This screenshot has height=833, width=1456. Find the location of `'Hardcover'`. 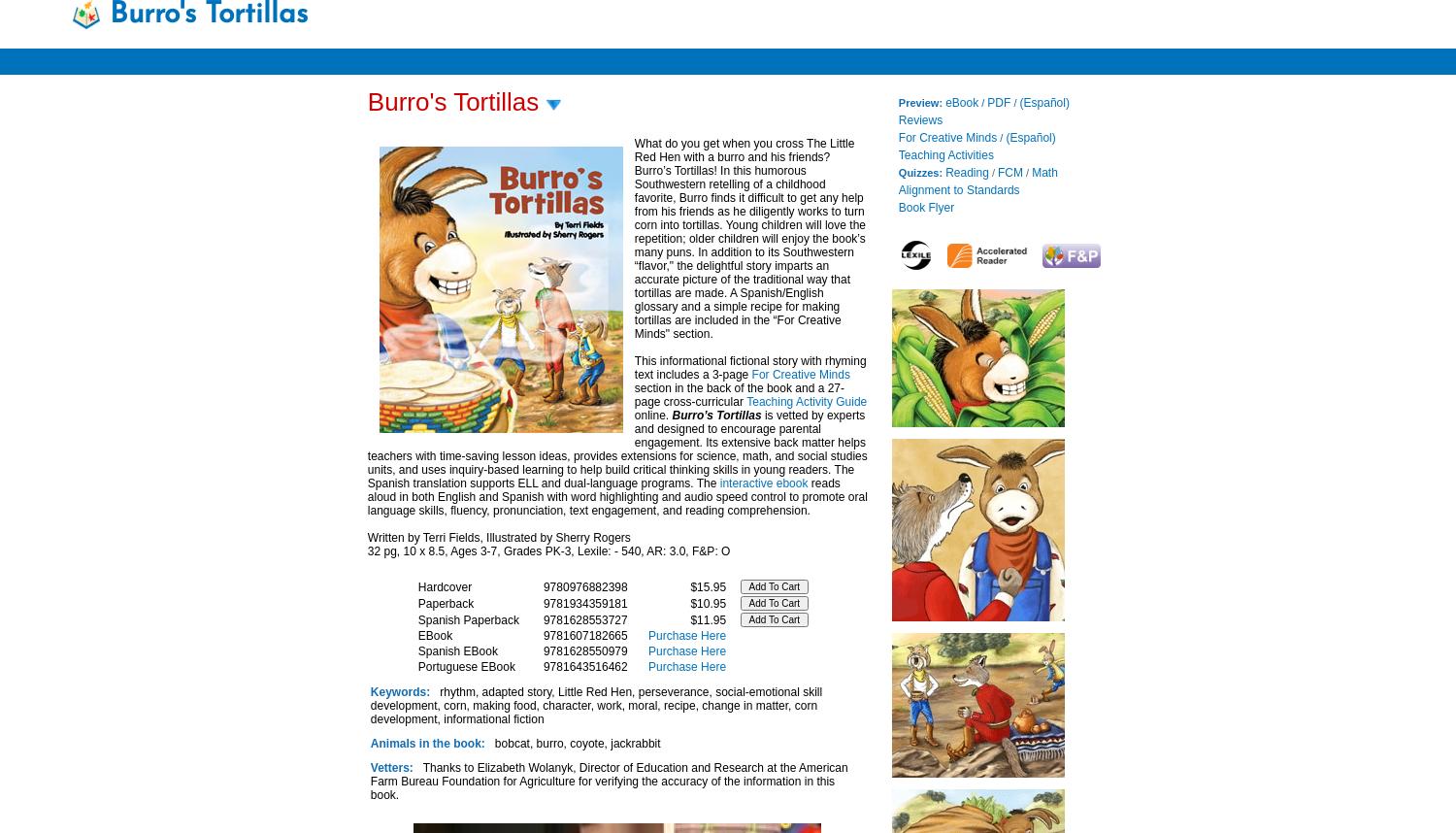

'Hardcover' is located at coordinates (443, 586).